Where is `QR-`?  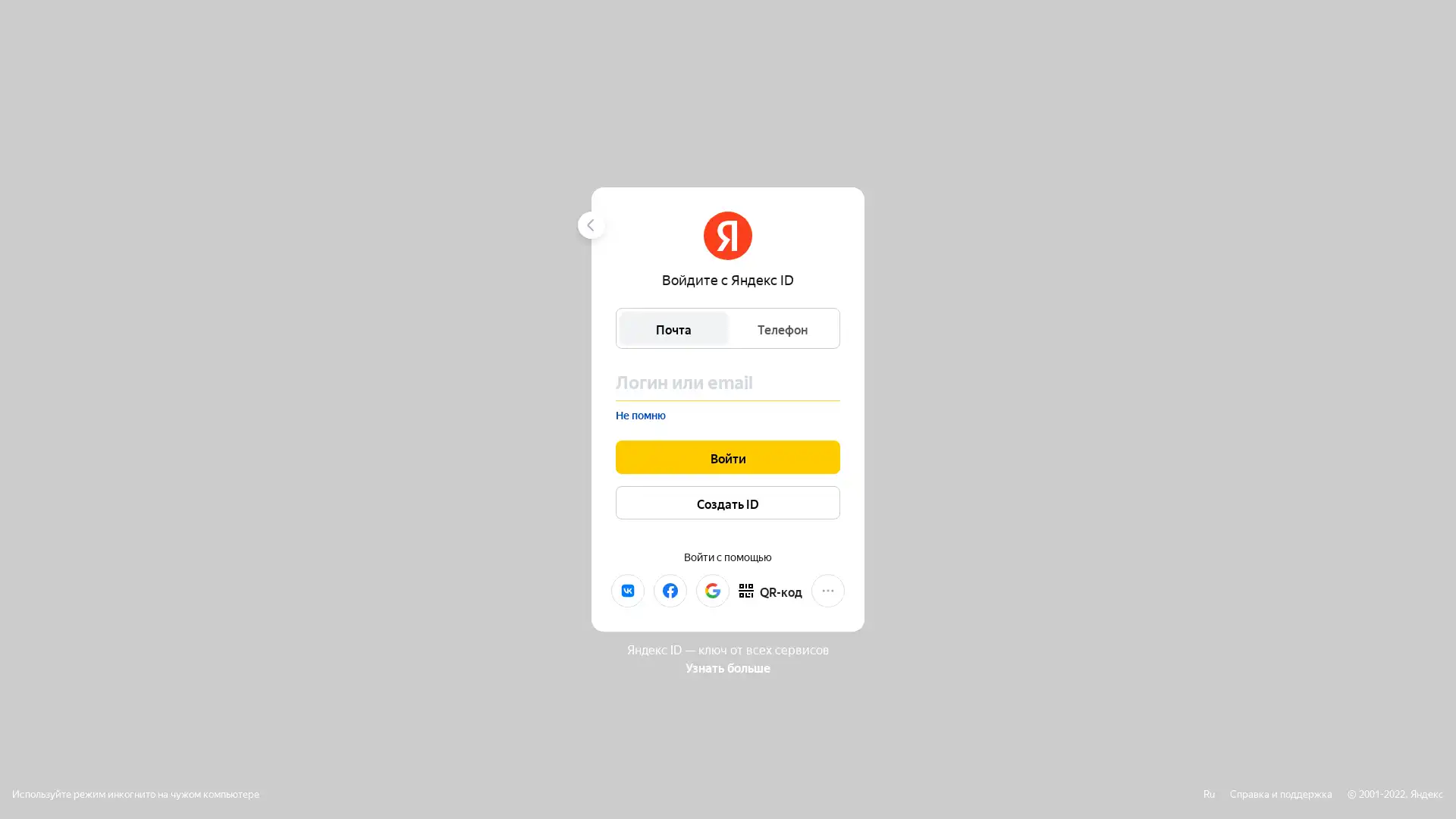
QR- is located at coordinates (770, 589).